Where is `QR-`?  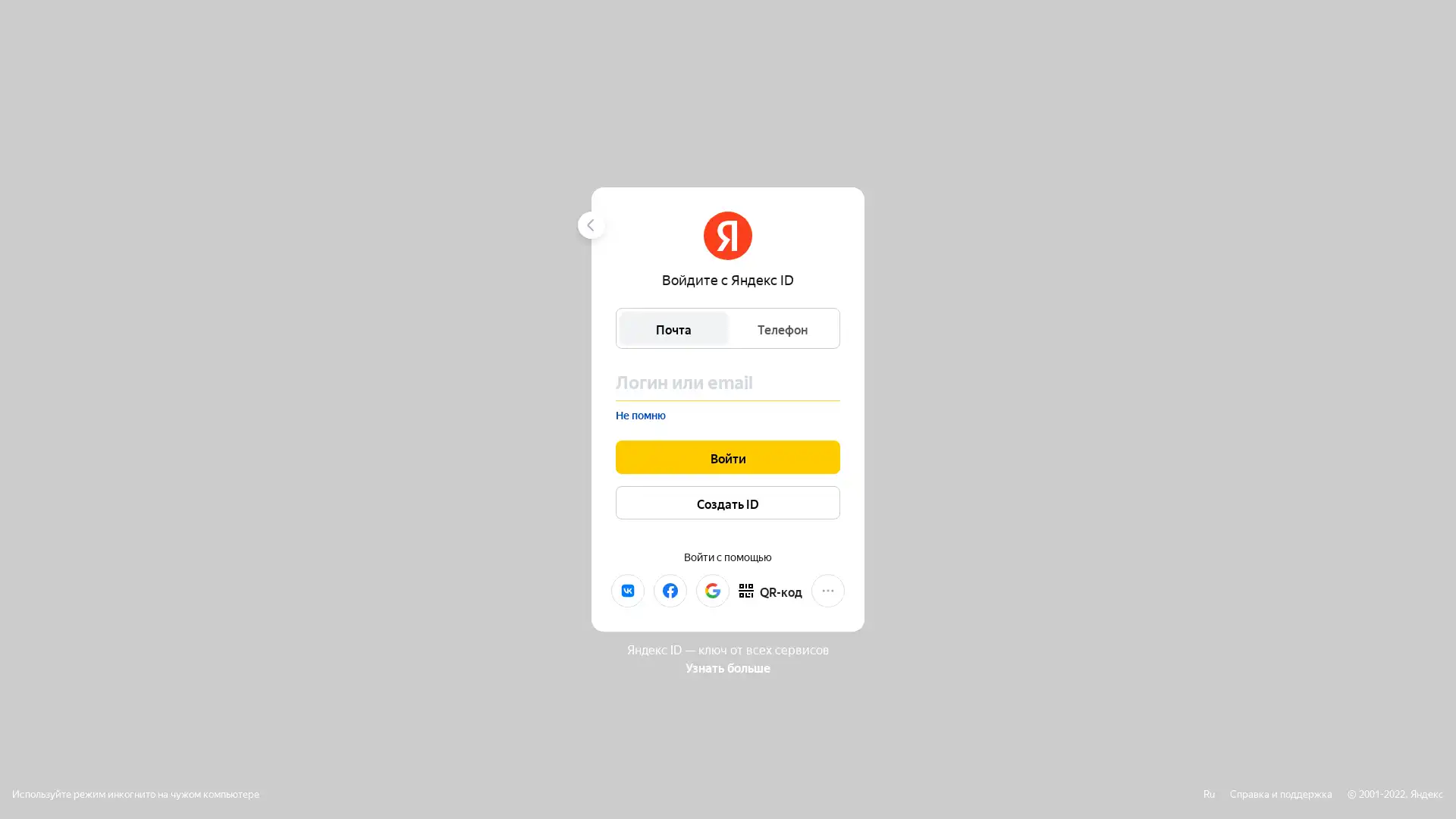
QR- is located at coordinates (770, 589).